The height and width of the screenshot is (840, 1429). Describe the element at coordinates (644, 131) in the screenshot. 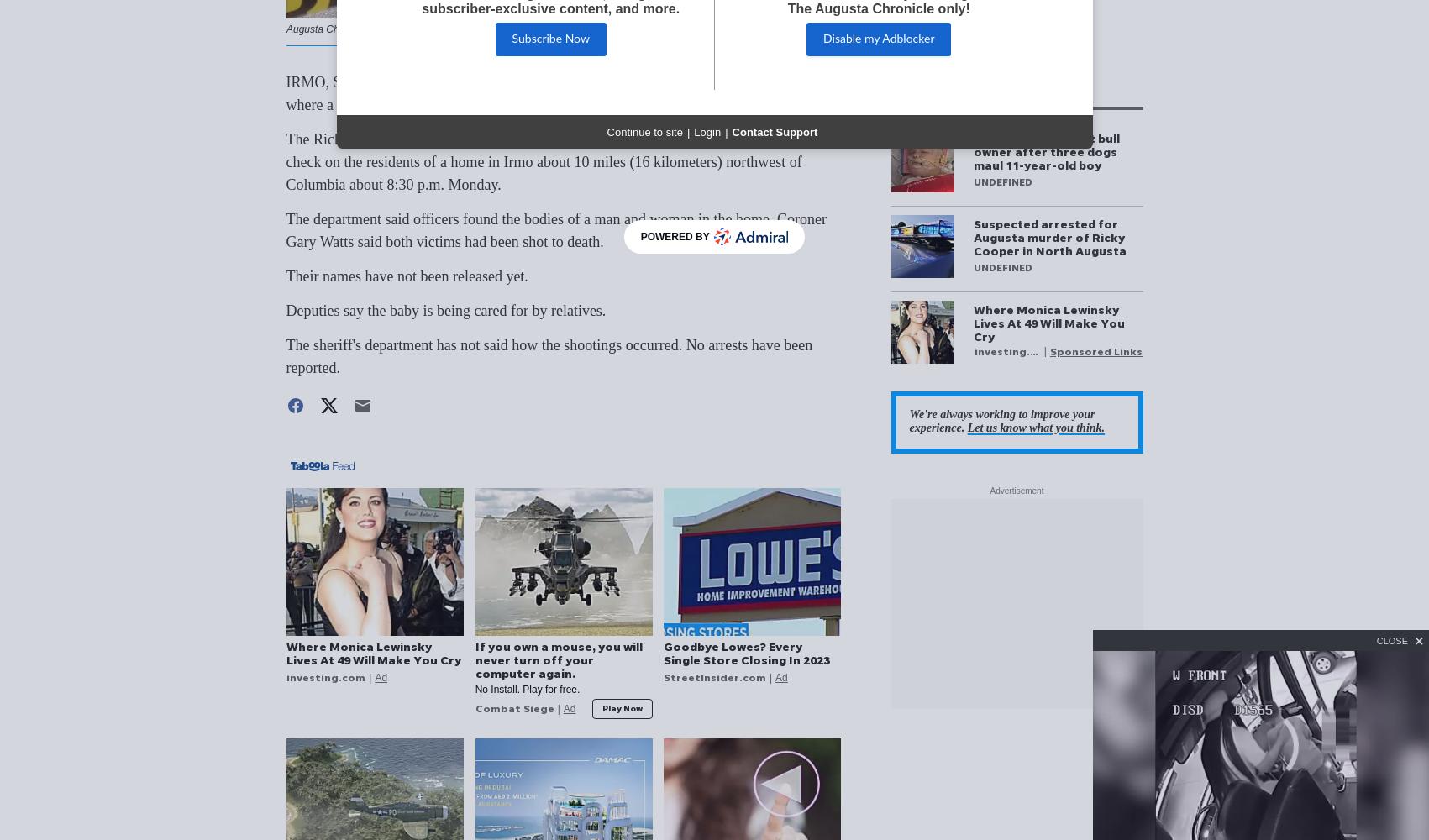

I see `'Continue to site'` at that location.